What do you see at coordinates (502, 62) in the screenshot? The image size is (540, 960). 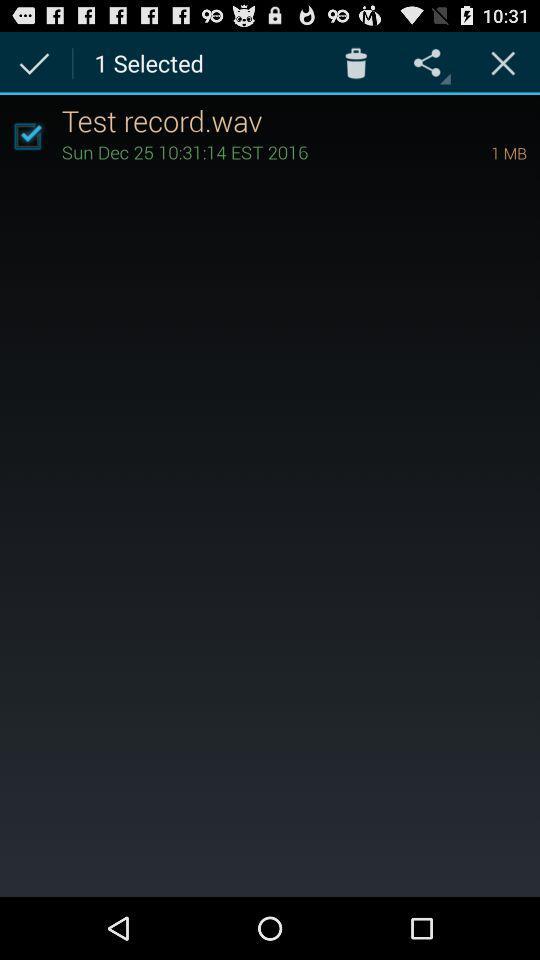 I see `query` at bounding box center [502, 62].